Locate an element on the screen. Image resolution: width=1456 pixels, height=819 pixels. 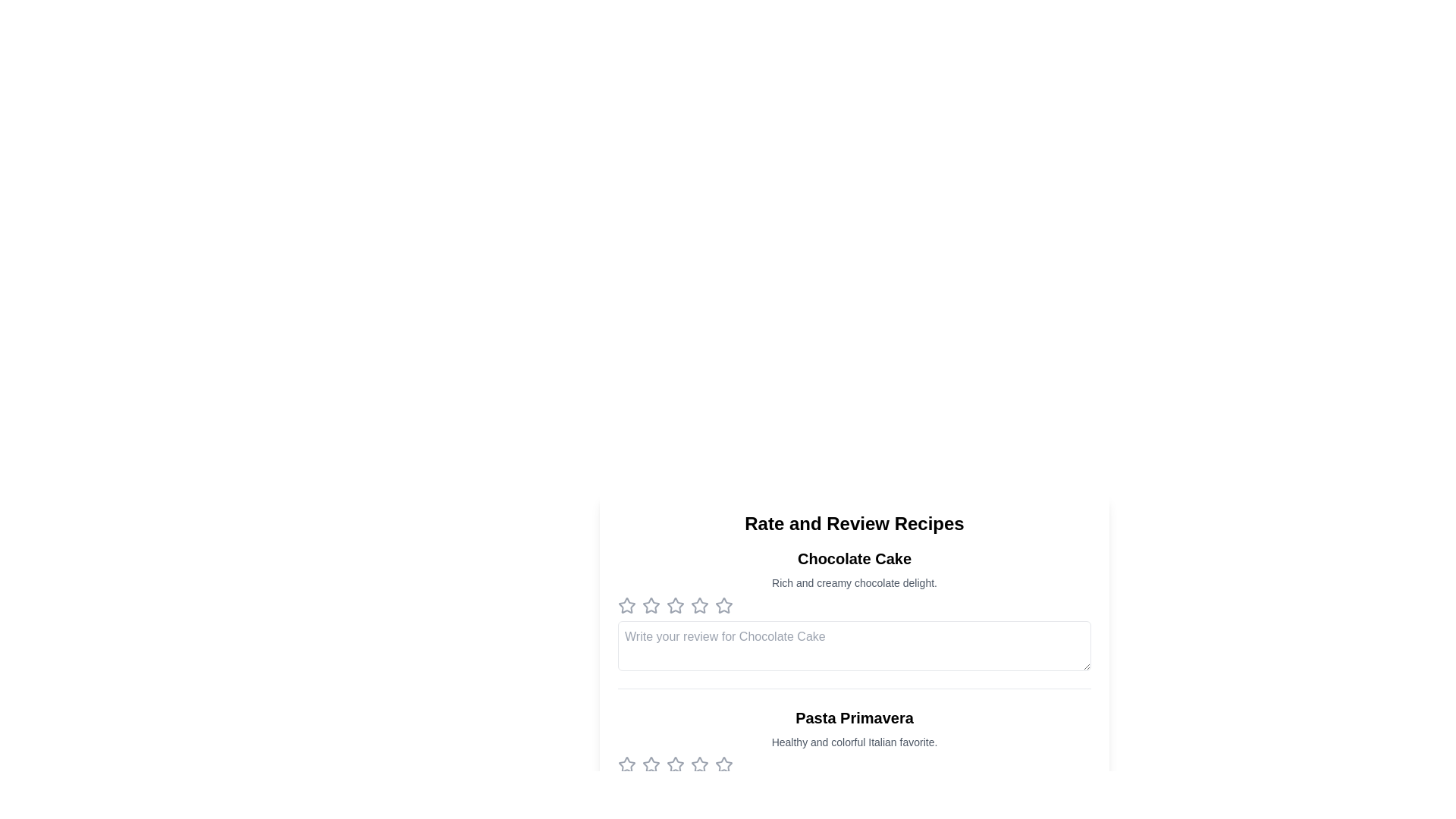
the second star icon in the star rating control below the title 'Chocolate Cake' is located at coordinates (651, 604).